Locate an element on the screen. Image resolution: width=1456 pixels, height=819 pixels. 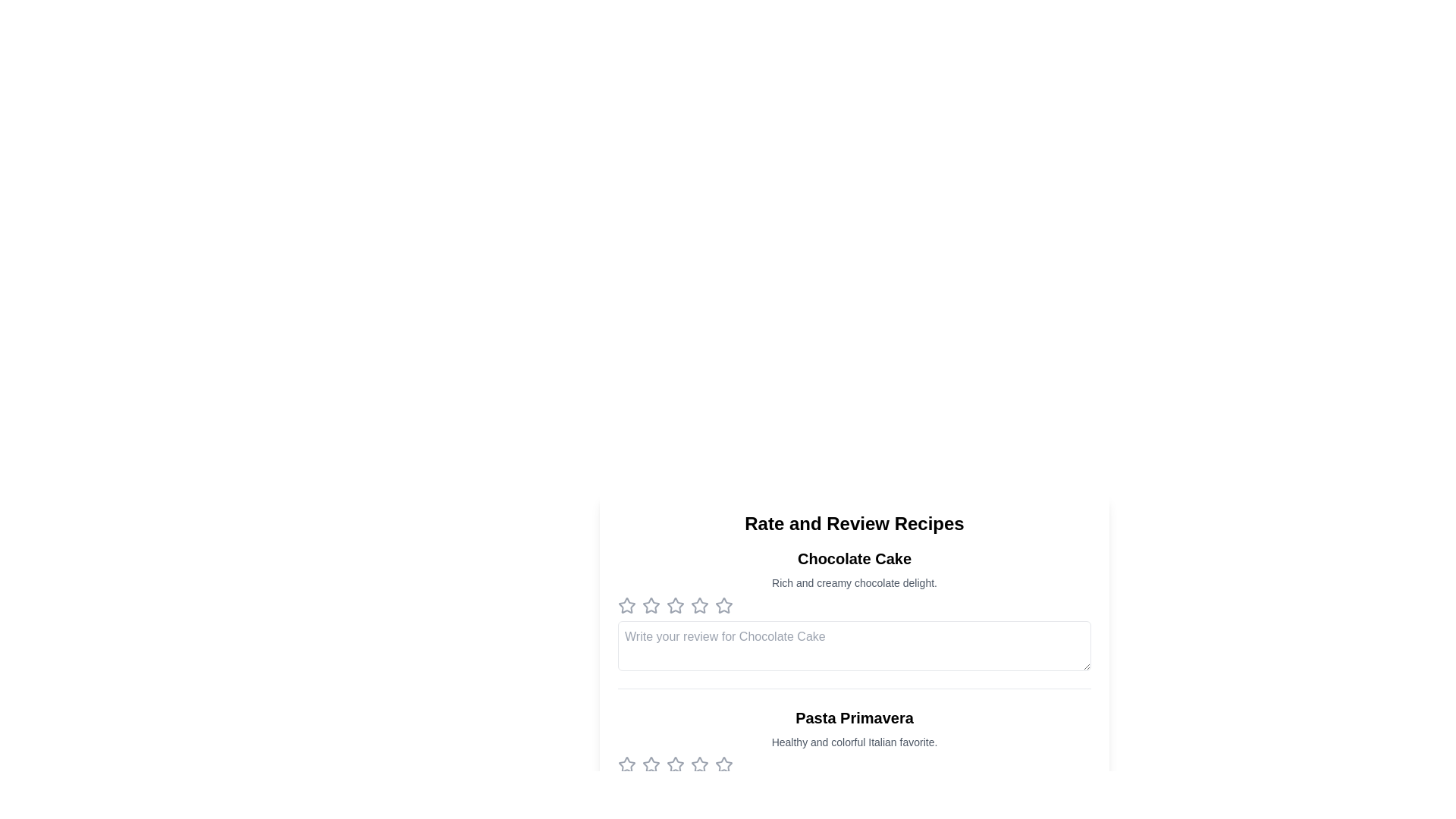
the second star icon in the star rating control below the title 'Chocolate Cake' is located at coordinates (651, 604).